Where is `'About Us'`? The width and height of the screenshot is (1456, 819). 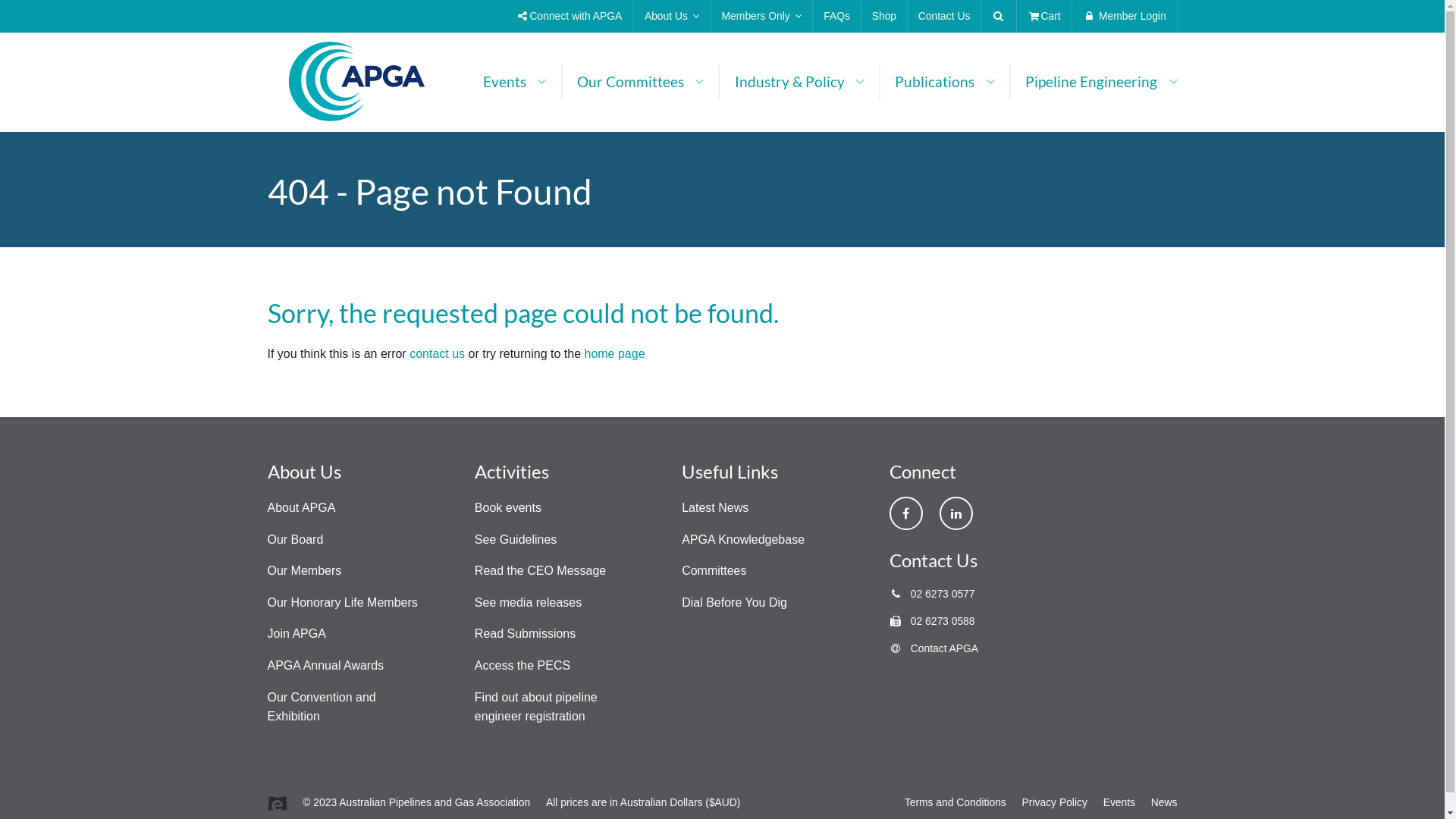
'About Us' is located at coordinates (671, 16).